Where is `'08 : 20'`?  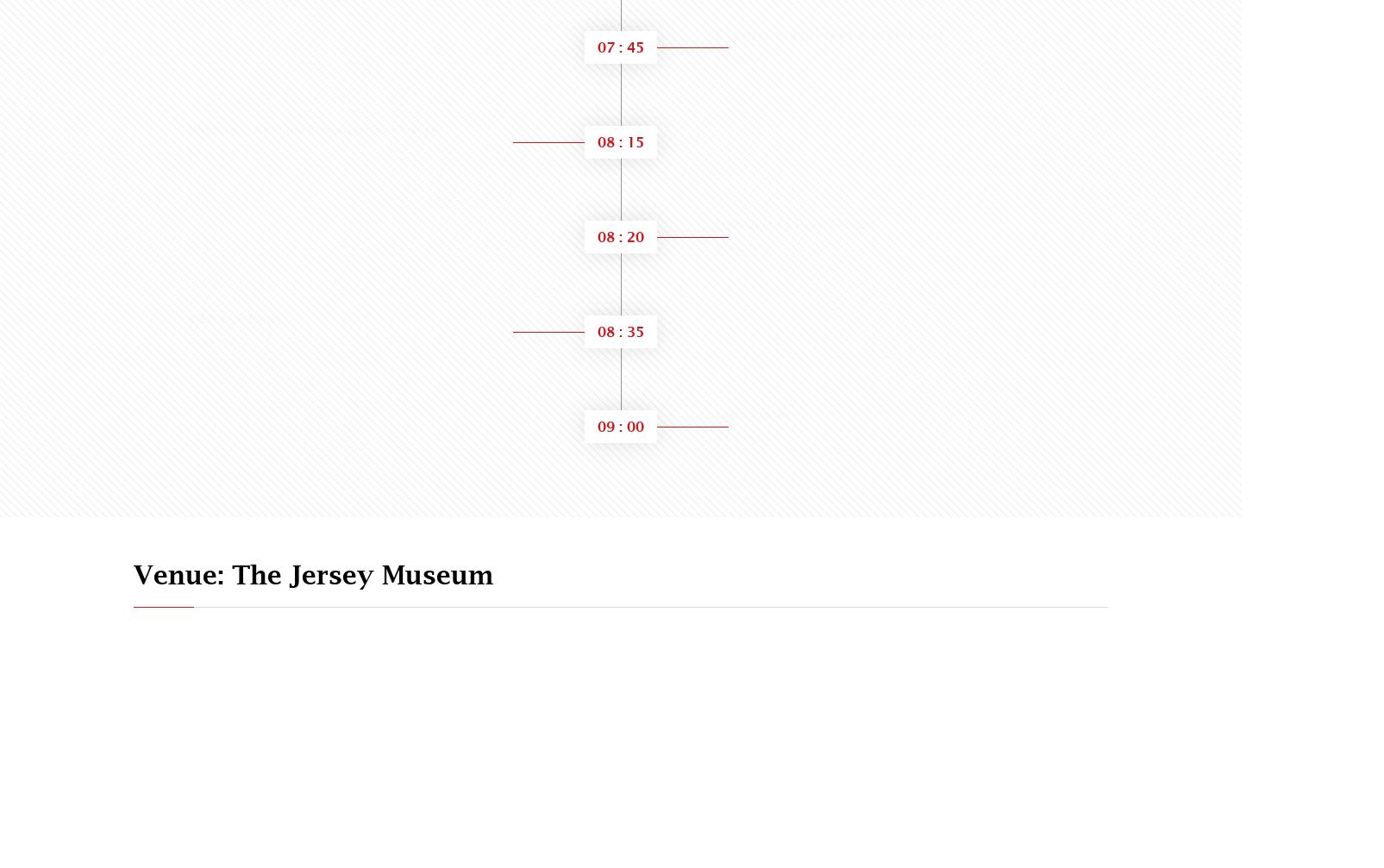
'08 : 20' is located at coordinates (620, 236).